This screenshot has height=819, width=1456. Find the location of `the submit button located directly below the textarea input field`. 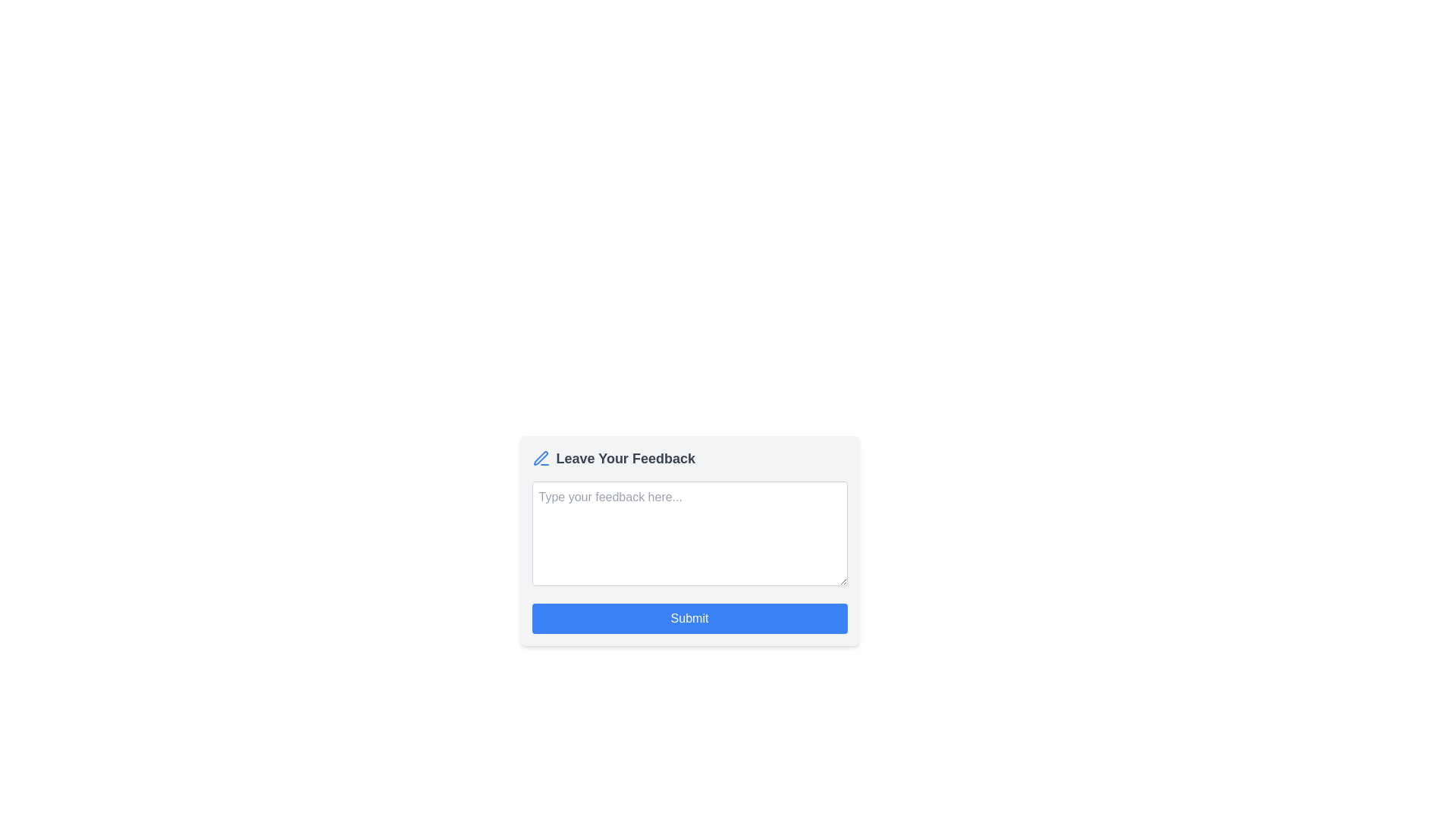

the submit button located directly below the textarea input field is located at coordinates (689, 619).